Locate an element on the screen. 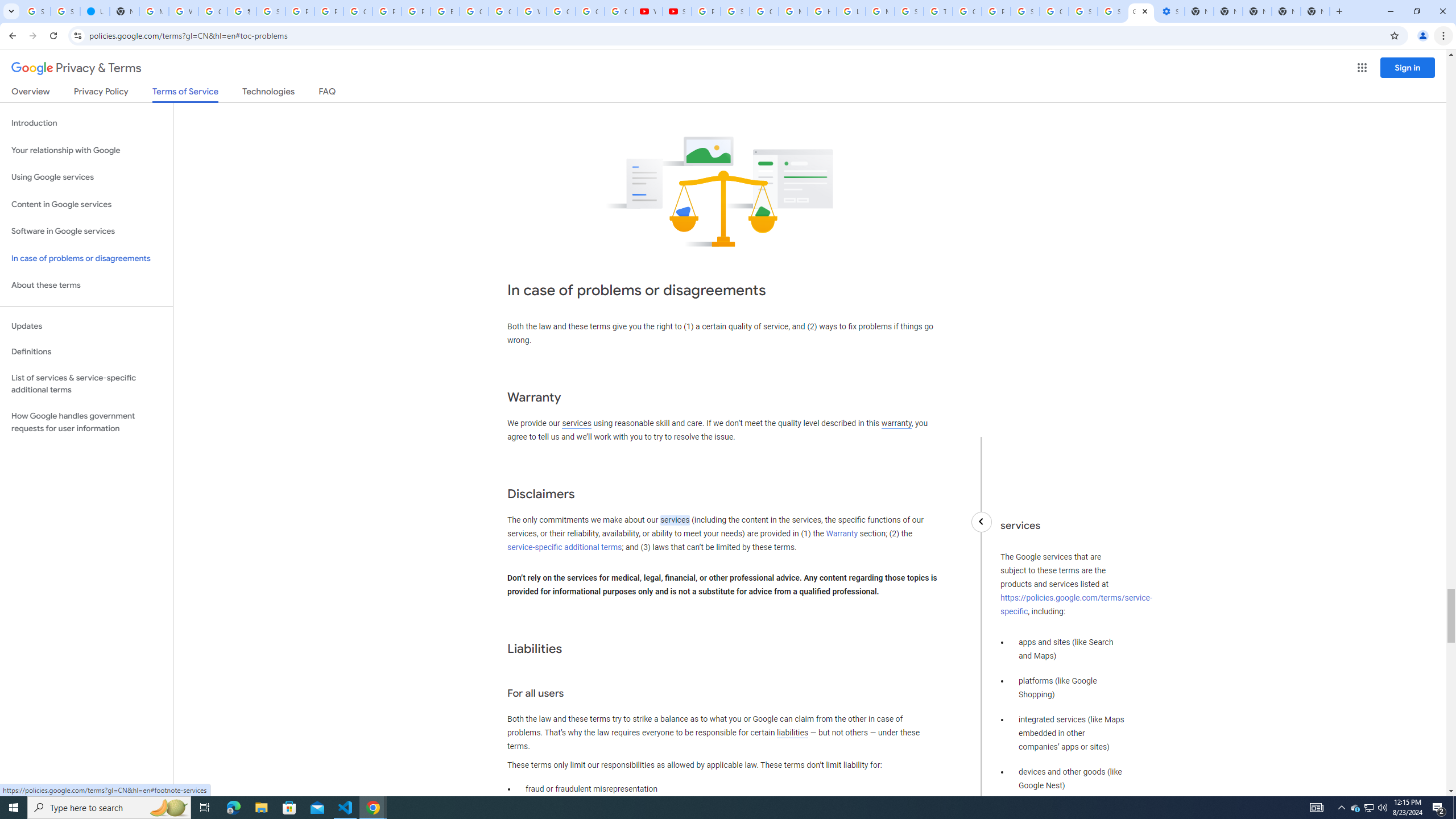 The height and width of the screenshot is (819, 1456). 'https://policies.google.com/terms/service-specific' is located at coordinates (1076, 604).